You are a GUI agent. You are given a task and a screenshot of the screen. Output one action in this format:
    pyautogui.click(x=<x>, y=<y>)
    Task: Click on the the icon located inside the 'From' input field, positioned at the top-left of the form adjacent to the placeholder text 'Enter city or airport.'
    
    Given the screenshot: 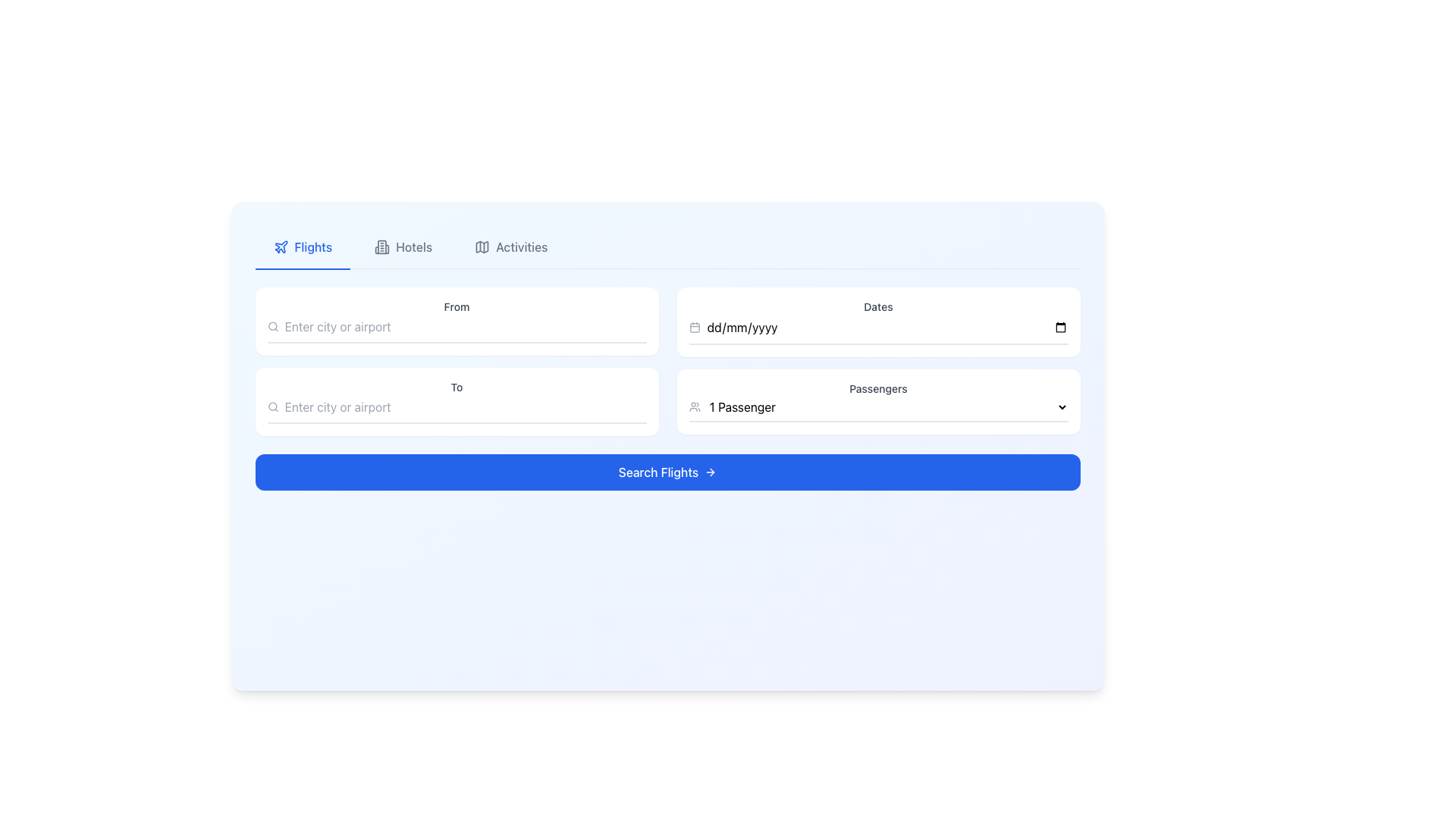 What is the action you would take?
    pyautogui.click(x=273, y=326)
    